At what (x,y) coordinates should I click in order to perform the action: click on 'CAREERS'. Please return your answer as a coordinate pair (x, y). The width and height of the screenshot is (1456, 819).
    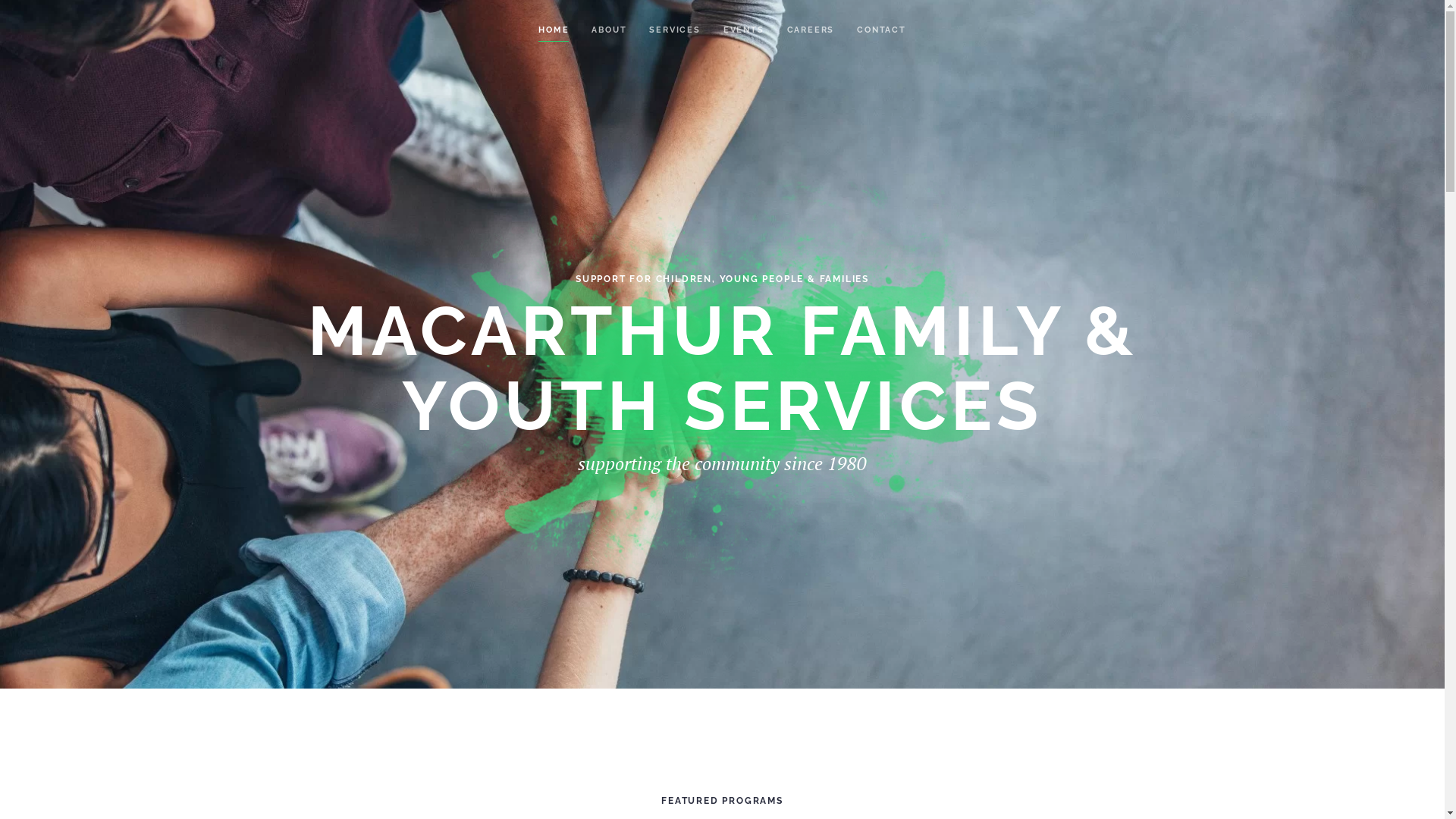
    Looking at the image, I should click on (786, 30).